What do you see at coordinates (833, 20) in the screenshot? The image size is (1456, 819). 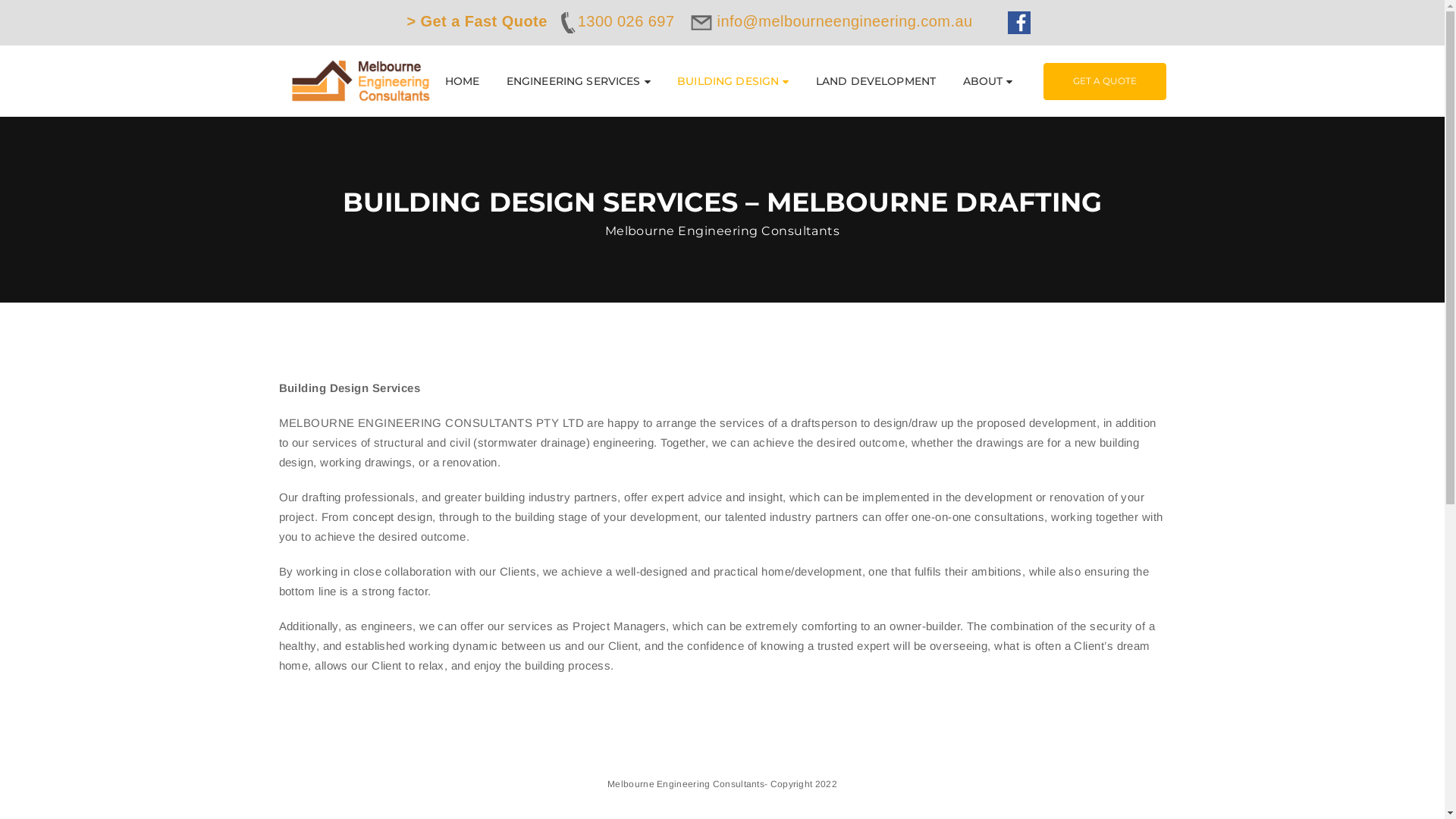 I see `'info@melbourneengineering.com.au'` at bounding box center [833, 20].